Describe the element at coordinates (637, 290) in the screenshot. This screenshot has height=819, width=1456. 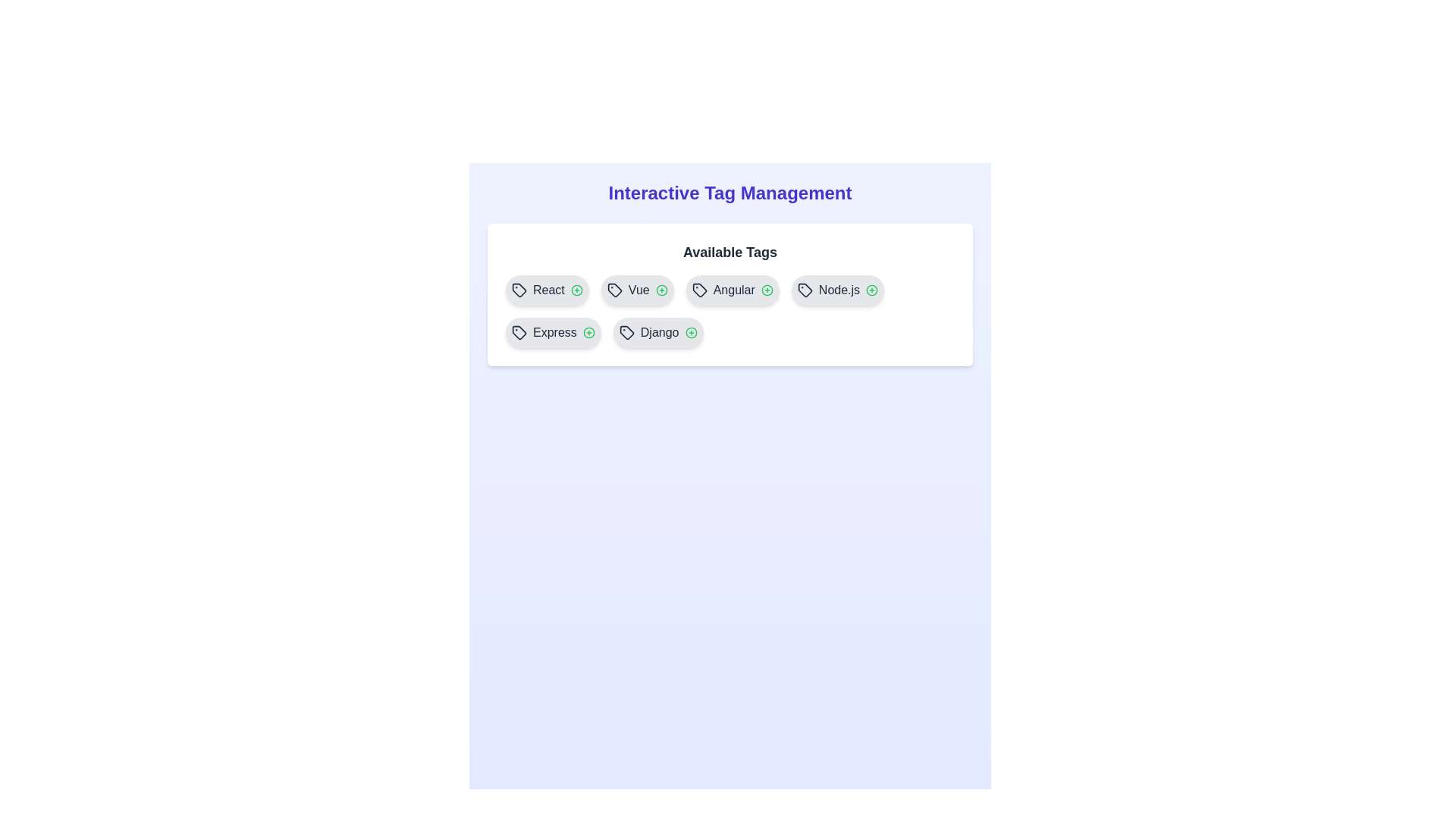
I see `the button styled as a rounded rectangle with a soft gray background, containing the text 'Vue' and icons` at that location.